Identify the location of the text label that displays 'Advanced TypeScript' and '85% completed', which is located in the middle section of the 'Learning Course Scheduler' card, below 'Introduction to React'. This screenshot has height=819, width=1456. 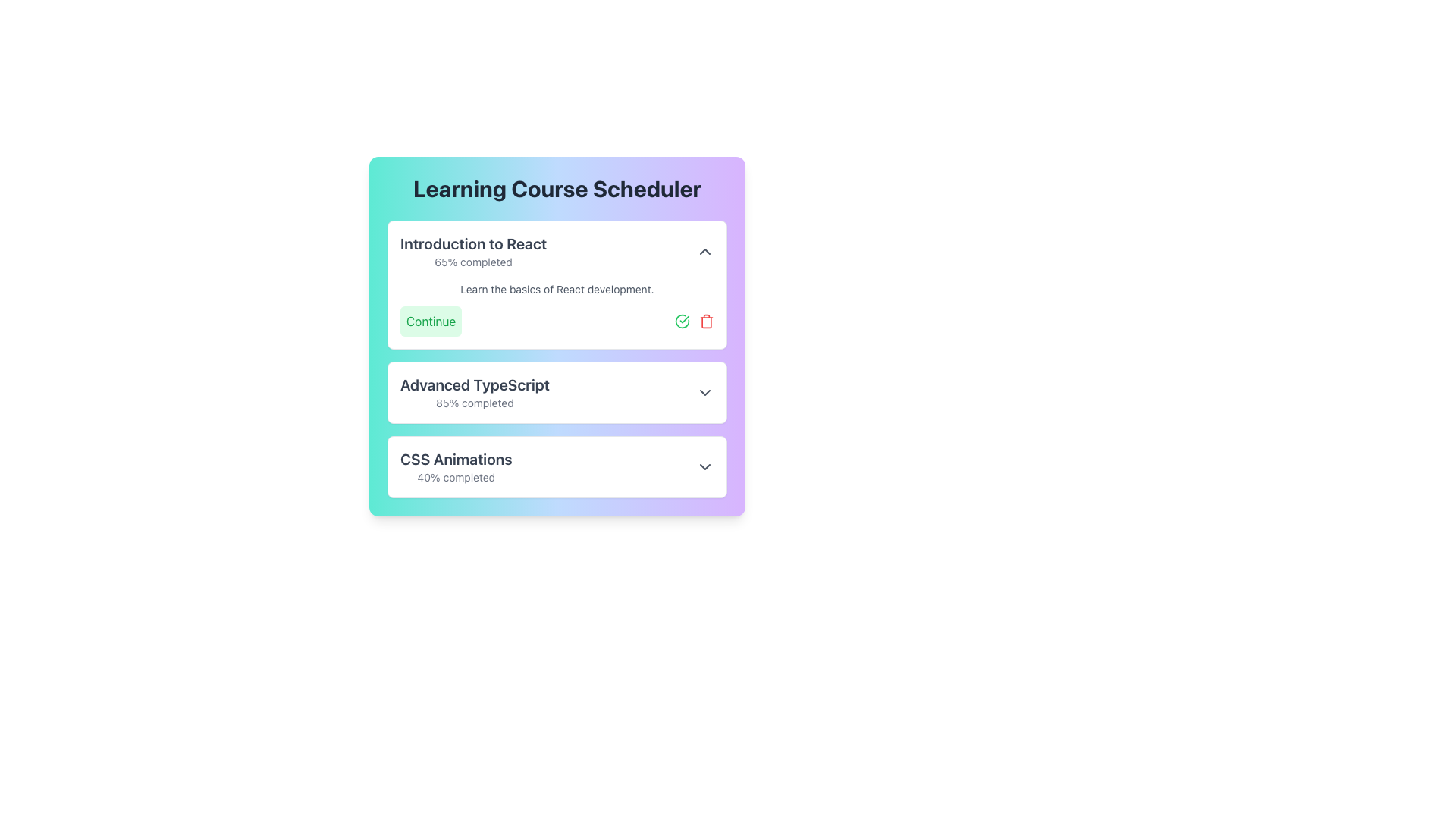
(474, 391).